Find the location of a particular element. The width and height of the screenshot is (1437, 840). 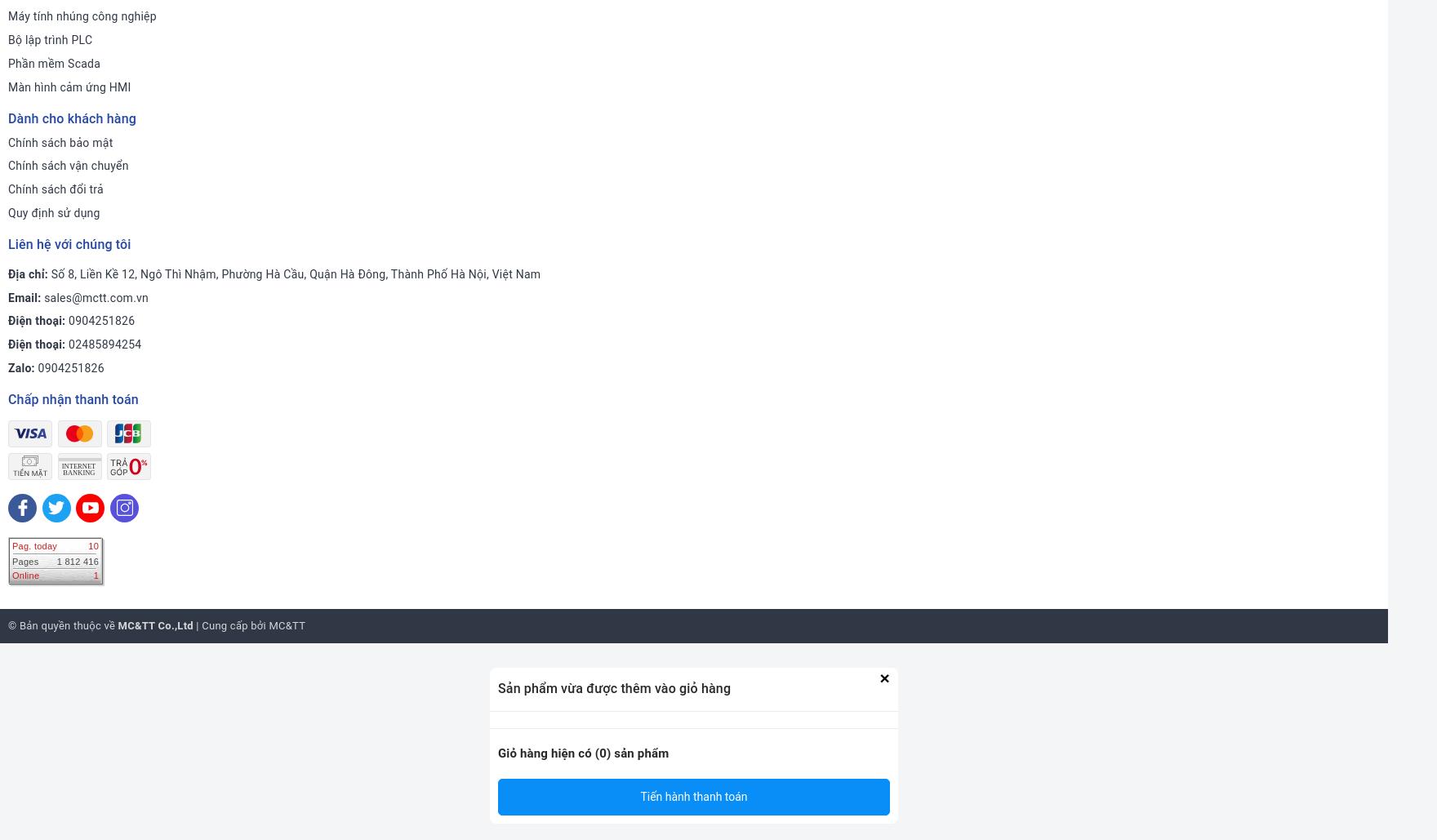

'Máy tính nhúng công nghiệp' is located at coordinates (82, 16).